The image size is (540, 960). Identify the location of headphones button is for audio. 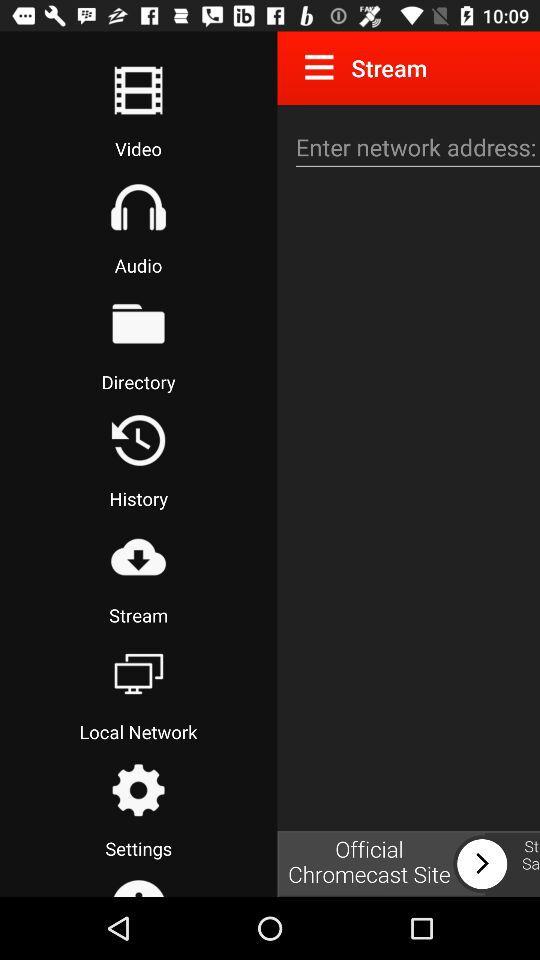
(137, 207).